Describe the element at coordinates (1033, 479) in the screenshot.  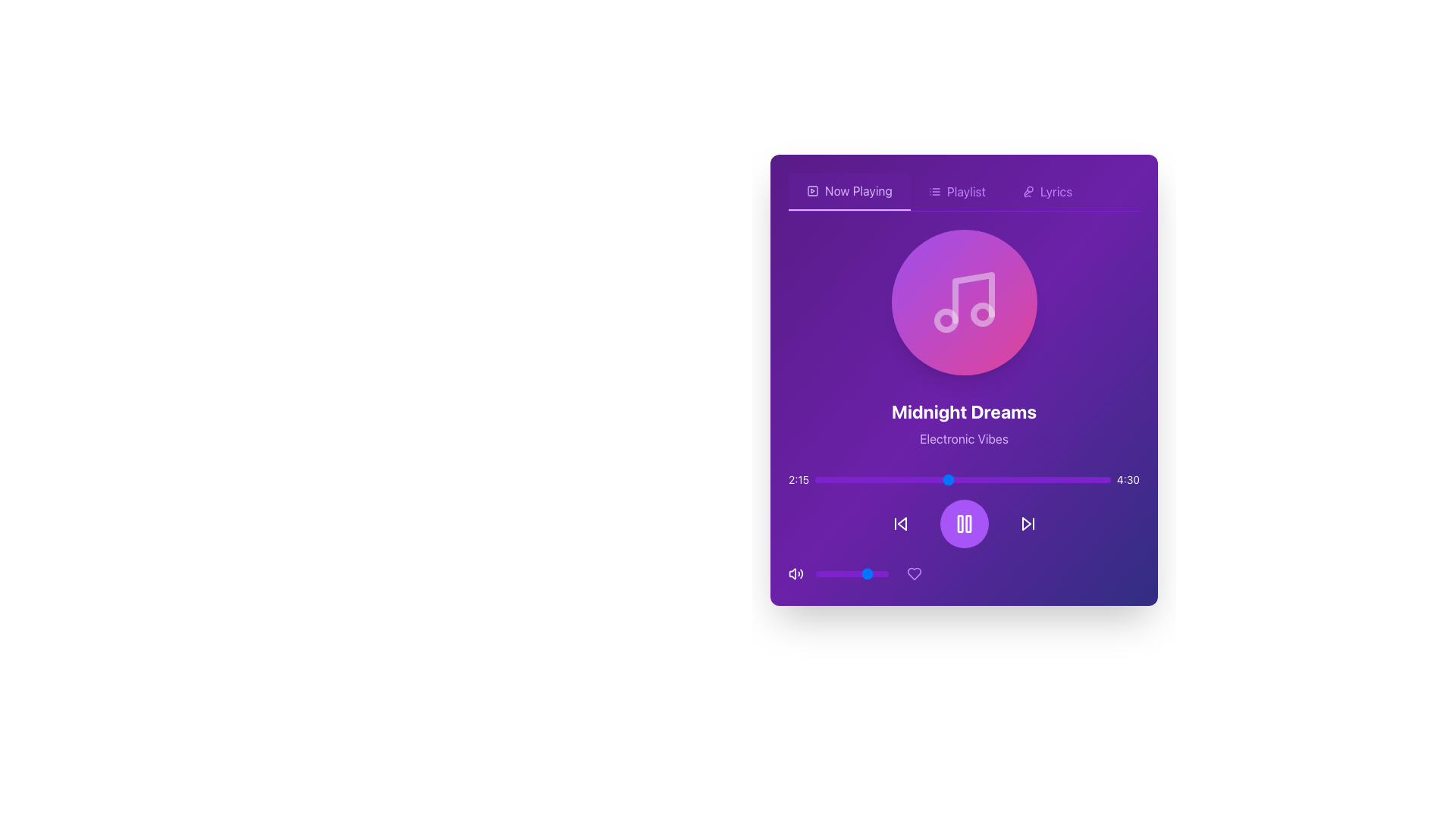
I see `the slider` at that location.